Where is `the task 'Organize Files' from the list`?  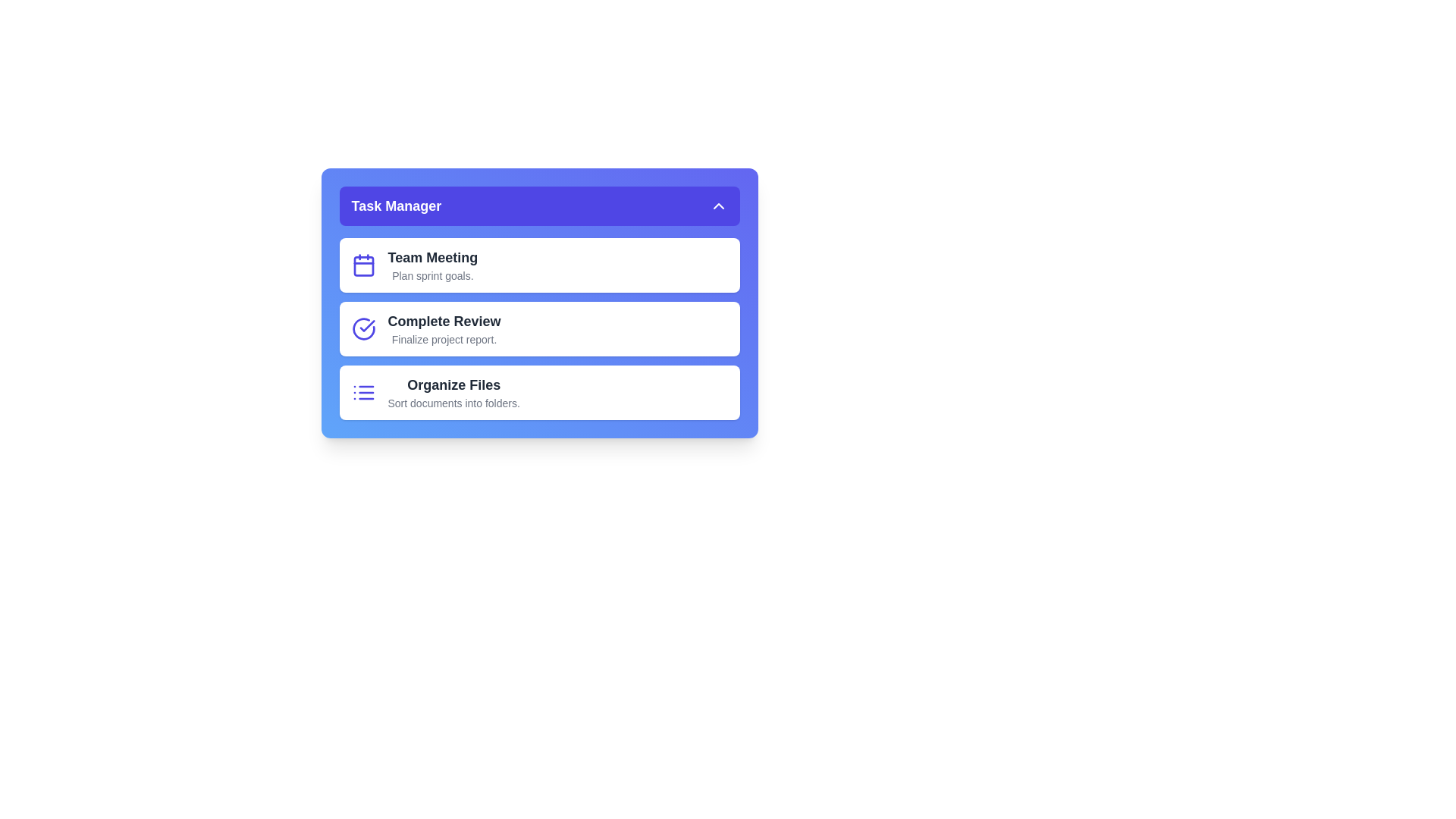
the task 'Organize Files' from the list is located at coordinates (539, 391).